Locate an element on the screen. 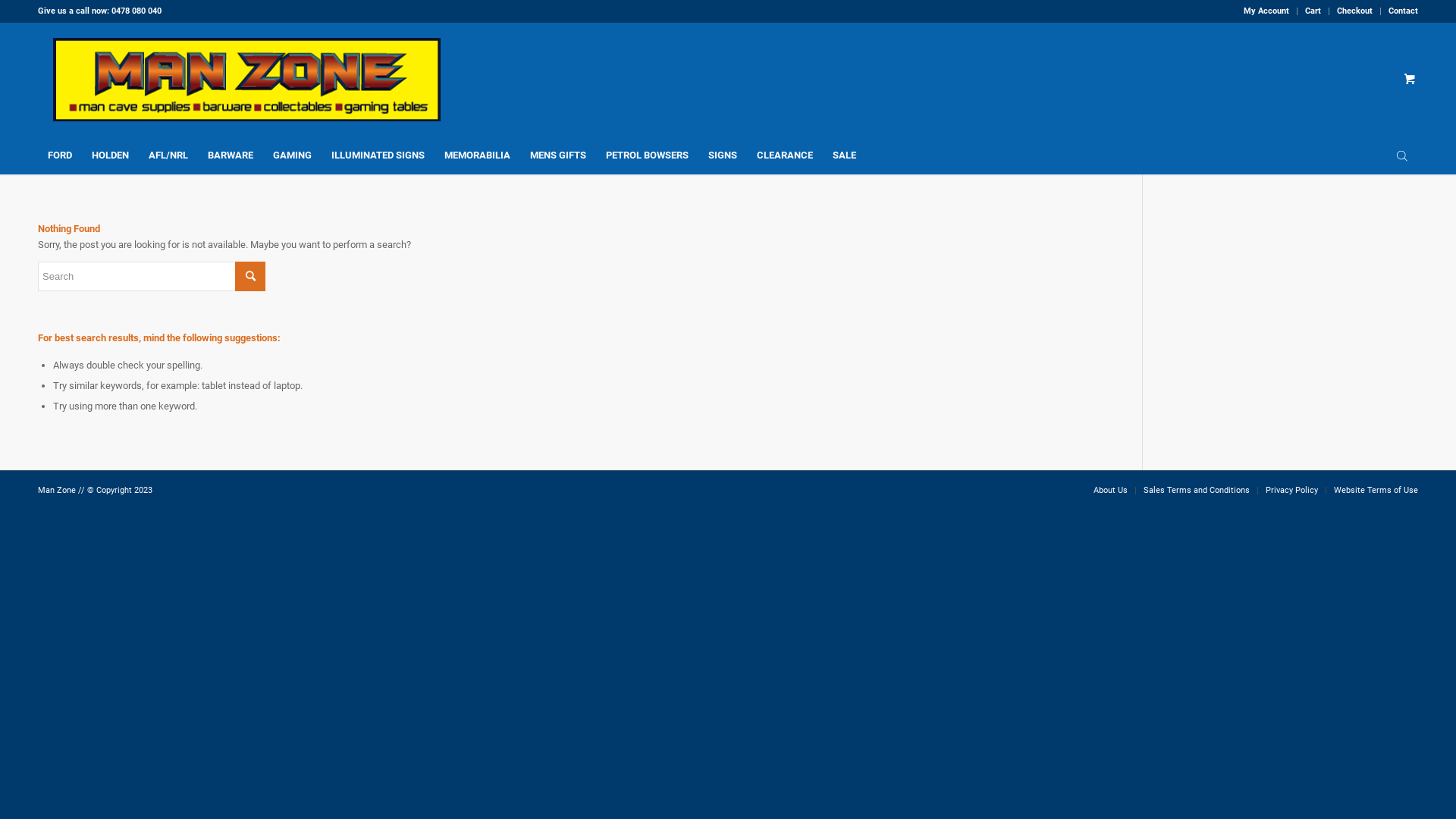  'Checkout' is located at coordinates (1354, 11).